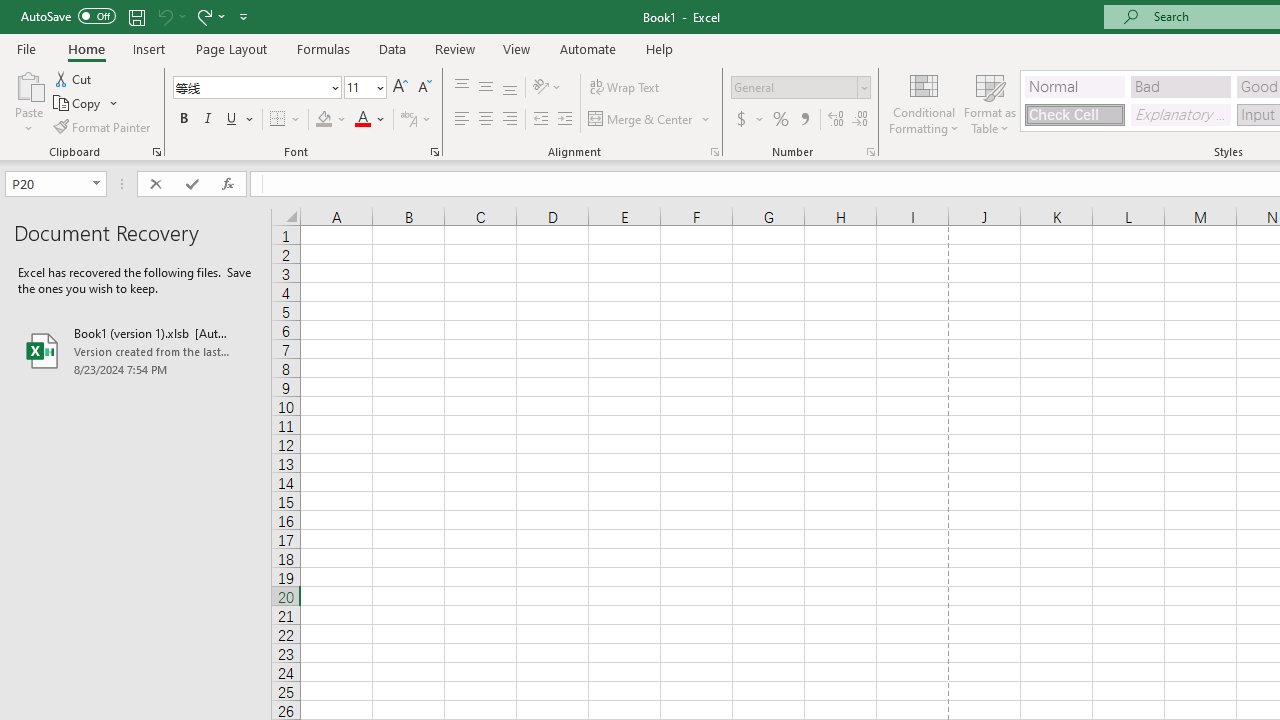  What do you see at coordinates (1073, 85) in the screenshot?
I see `'Normal'` at bounding box center [1073, 85].